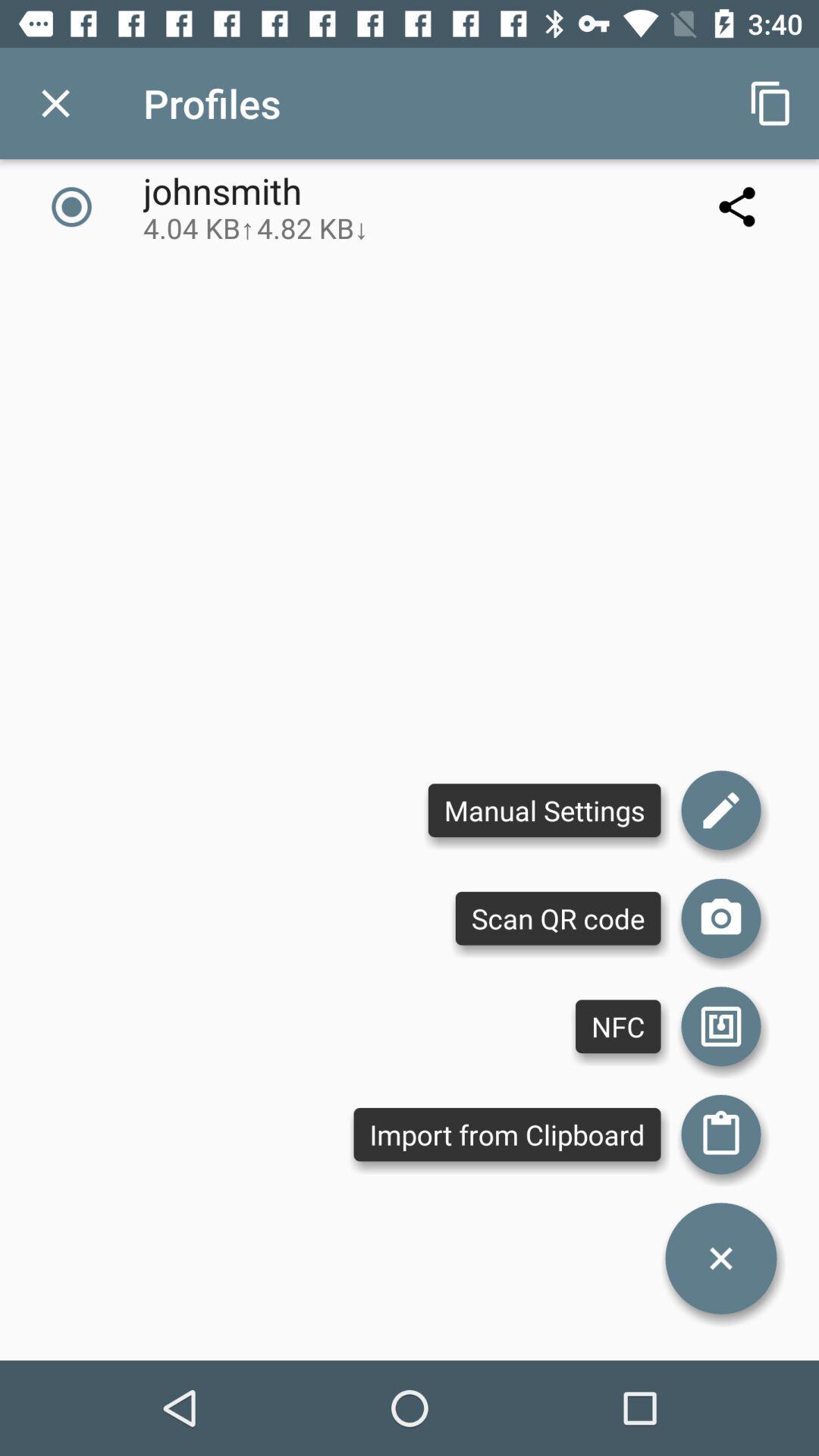 The width and height of the screenshot is (819, 1456). Describe the element at coordinates (720, 1134) in the screenshot. I see `import from clipboard` at that location.